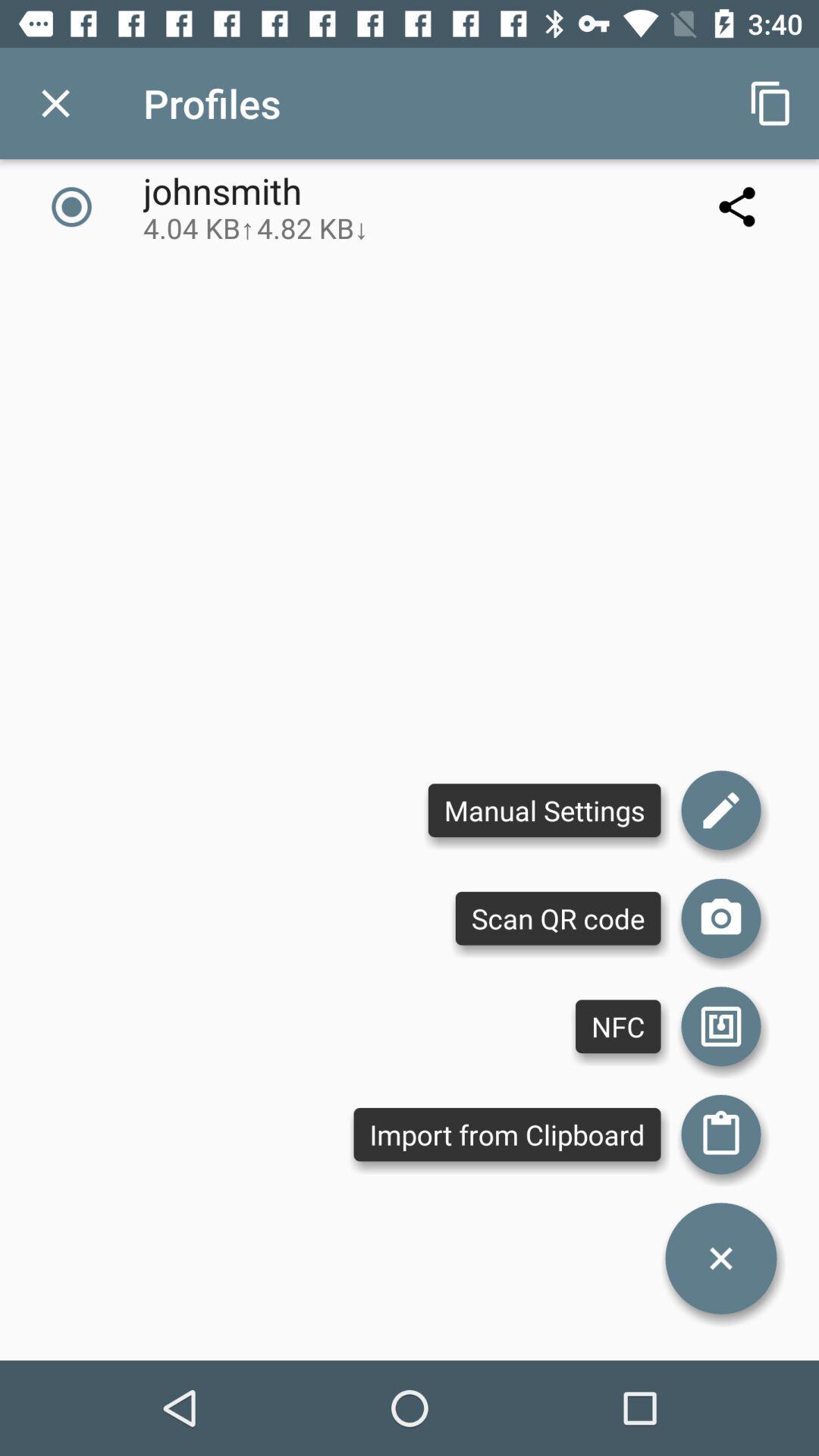 The width and height of the screenshot is (819, 1456). Describe the element at coordinates (720, 1134) in the screenshot. I see `import from clipboard` at that location.